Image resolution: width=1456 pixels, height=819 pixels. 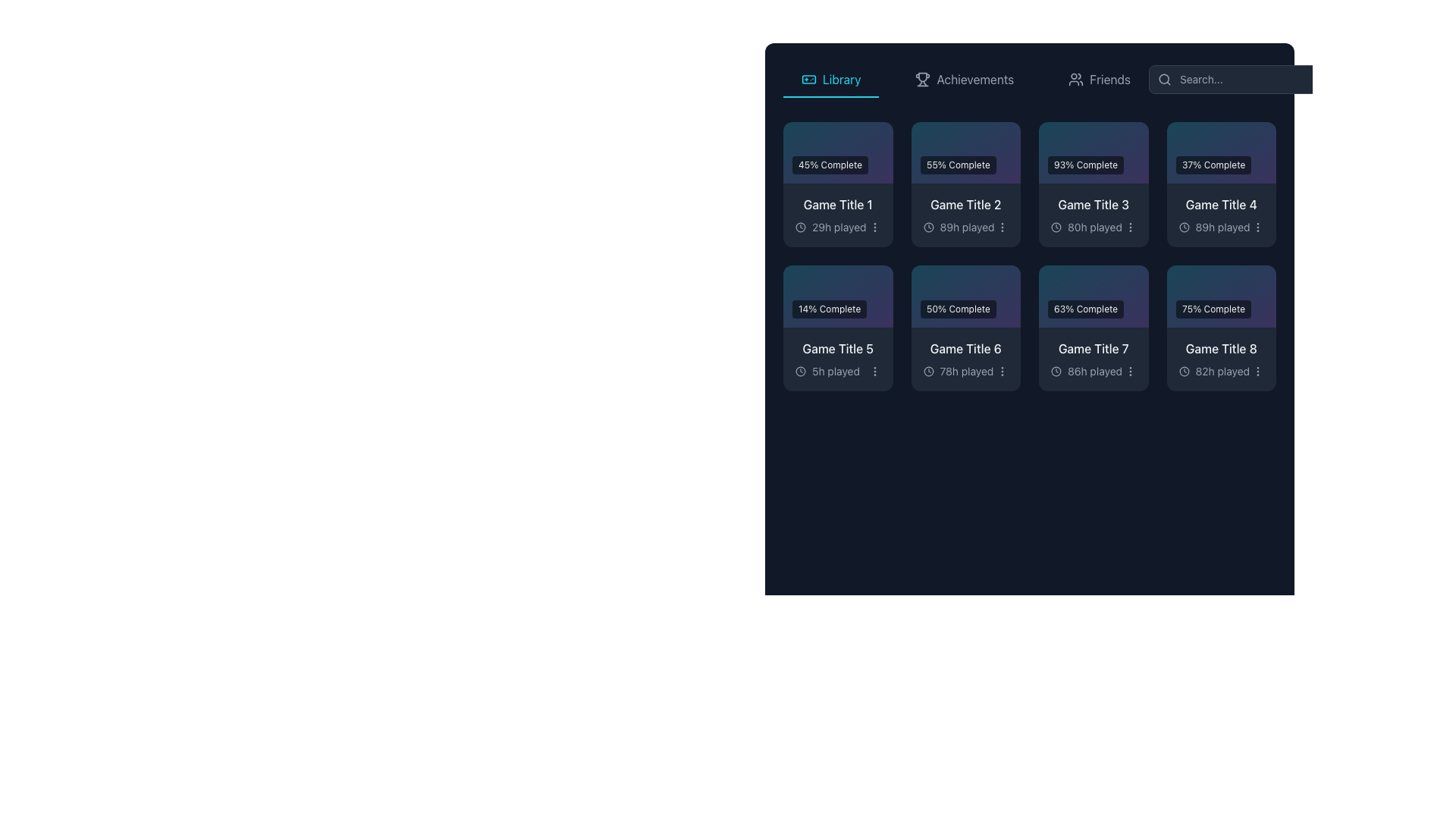 What do you see at coordinates (800, 227) in the screenshot?
I see `the SVG circle element representing the clock icon next to the text '29h played' in the first card under 'Game Title 1' in the Library section` at bounding box center [800, 227].